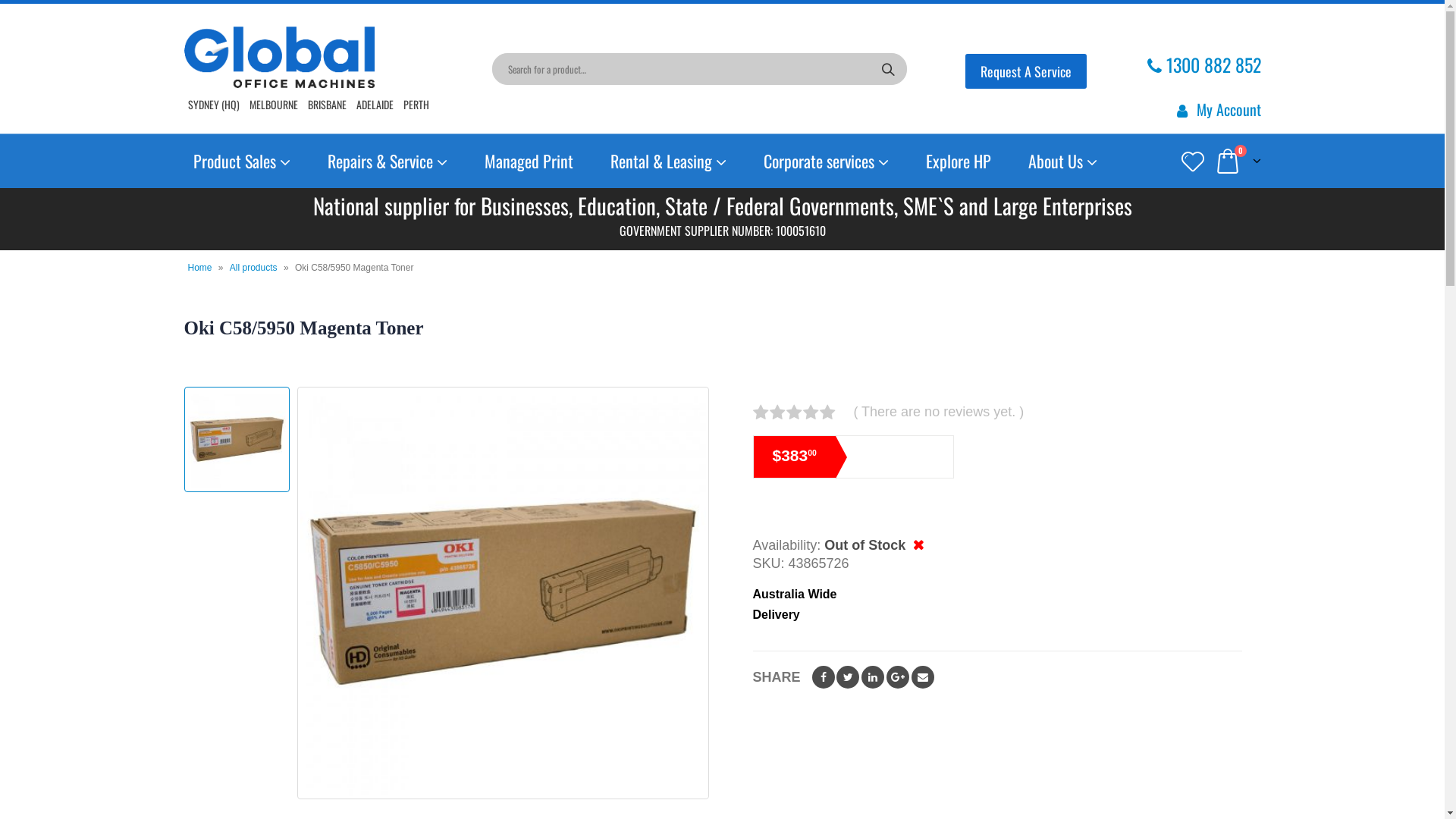 The height and width of the screenshot is (819, 1456). Describe the element at coordinates (852, 412) in the screenshot. I see `'( There are no reviews yet. )'` at that location.